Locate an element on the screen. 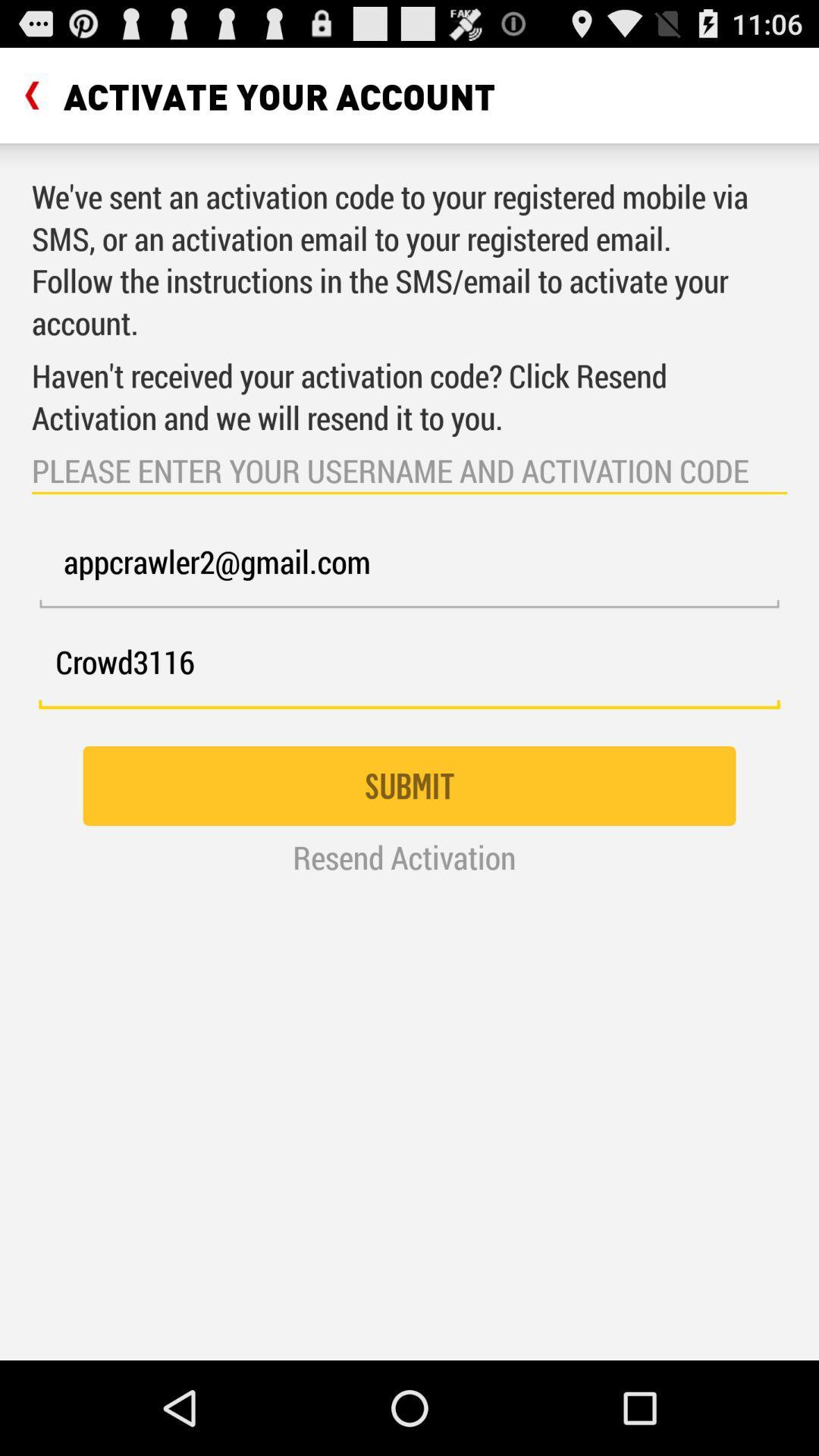 Image resolution: width=819 pixels, height=1456 pixels. icon above resend activation item is located at coordinates (409, 786).